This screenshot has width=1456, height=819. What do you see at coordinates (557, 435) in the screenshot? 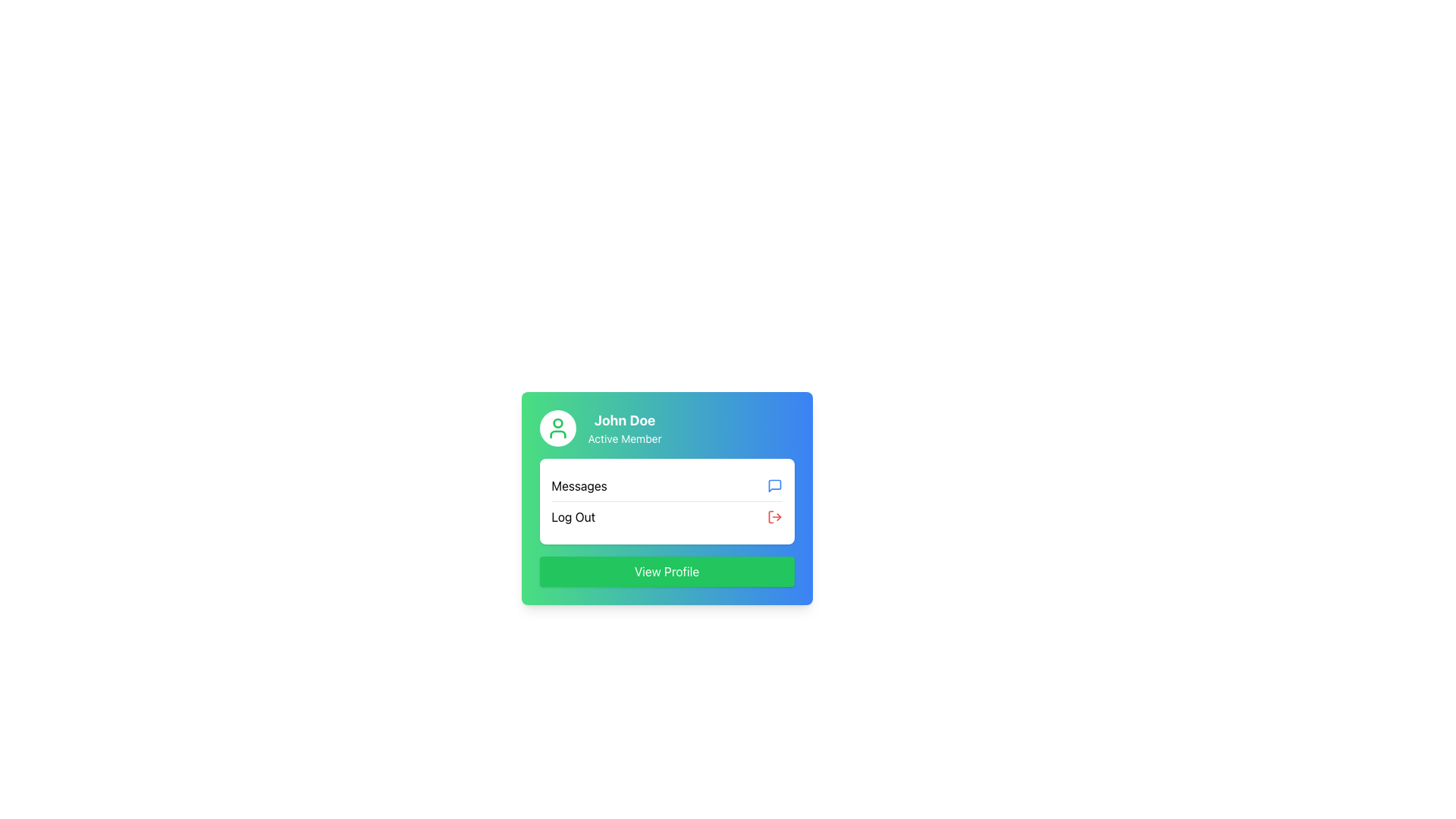
I see `the curved line forming part of the lower segment of the abstract user profile icon in the pop-up interface` at bounding box center [557, 435].